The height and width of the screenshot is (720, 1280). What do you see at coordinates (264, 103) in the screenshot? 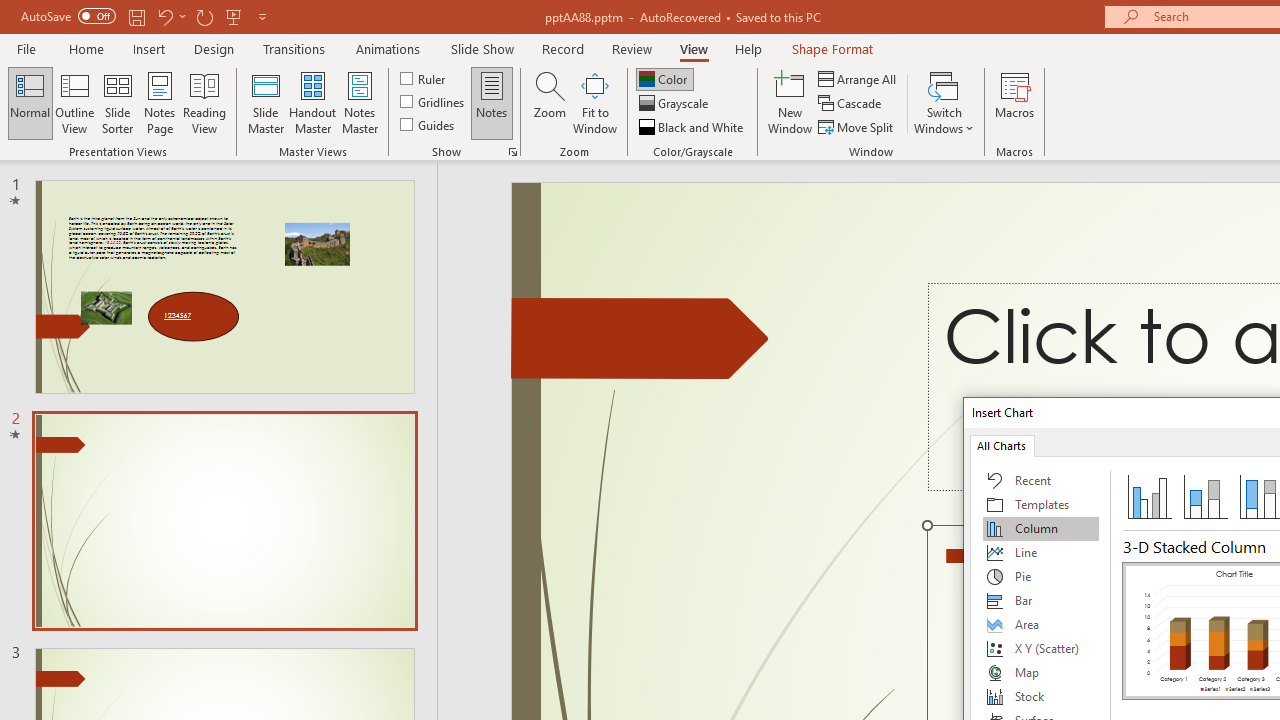
I see `'Slide Master'` at bounding box center [264, 103].